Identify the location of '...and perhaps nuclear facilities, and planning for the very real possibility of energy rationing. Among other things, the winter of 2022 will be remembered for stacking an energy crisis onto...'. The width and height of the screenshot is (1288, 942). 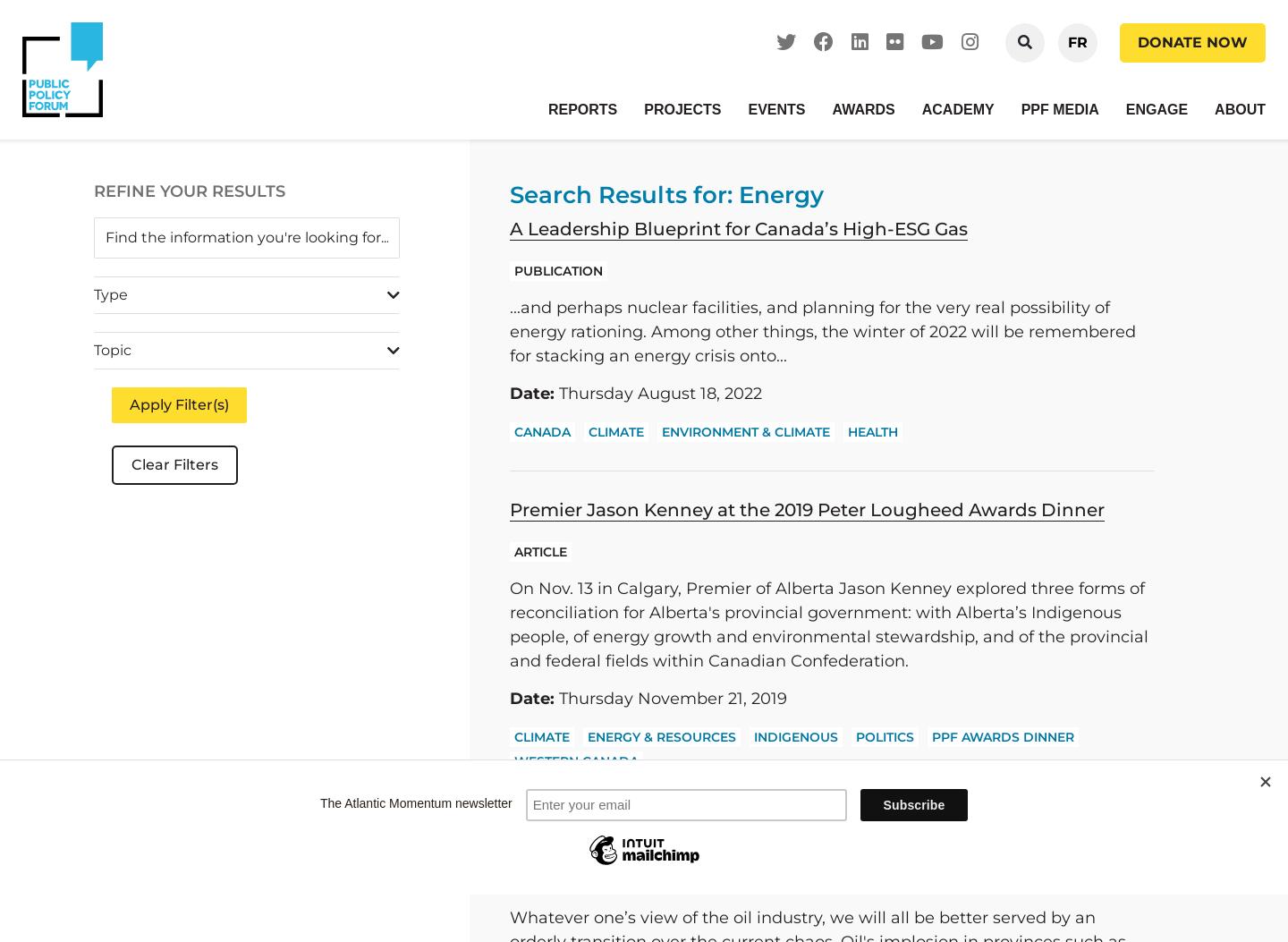
(823, 330).